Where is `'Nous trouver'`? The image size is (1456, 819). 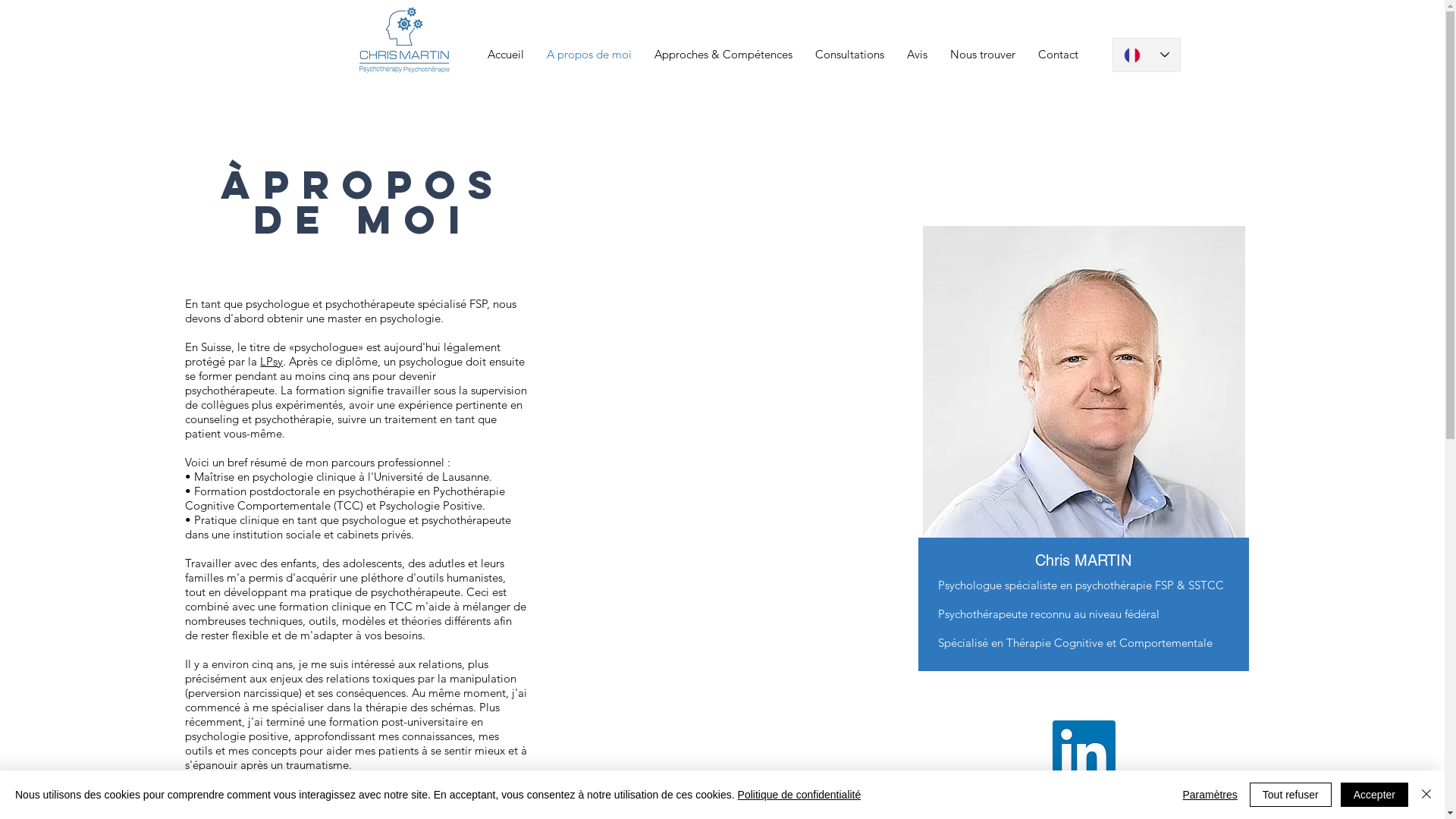
'Nous trouver' is located at coordinates (983, 54).